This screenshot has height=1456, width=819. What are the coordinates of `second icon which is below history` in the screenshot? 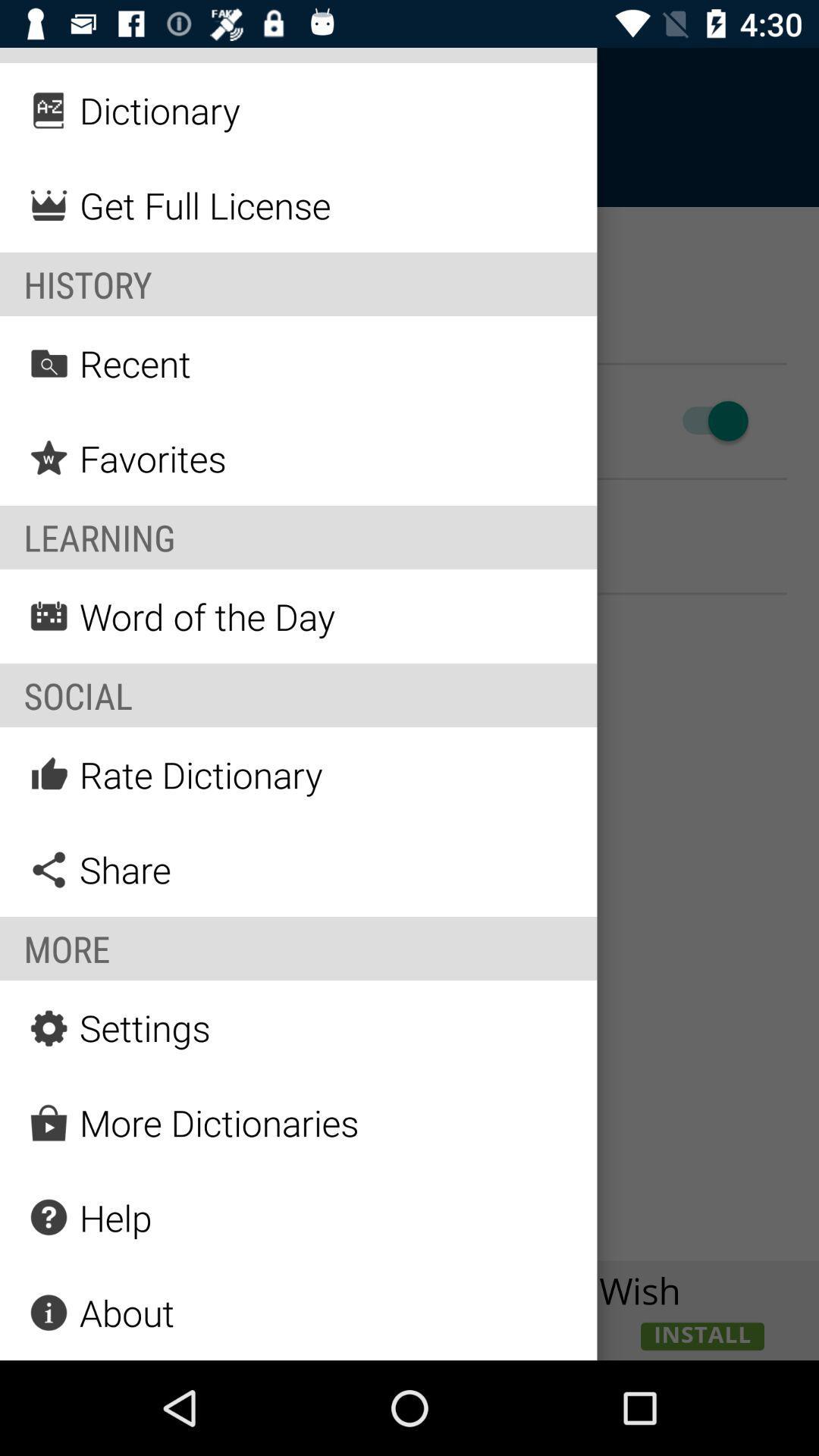 It's located at (49, 457).